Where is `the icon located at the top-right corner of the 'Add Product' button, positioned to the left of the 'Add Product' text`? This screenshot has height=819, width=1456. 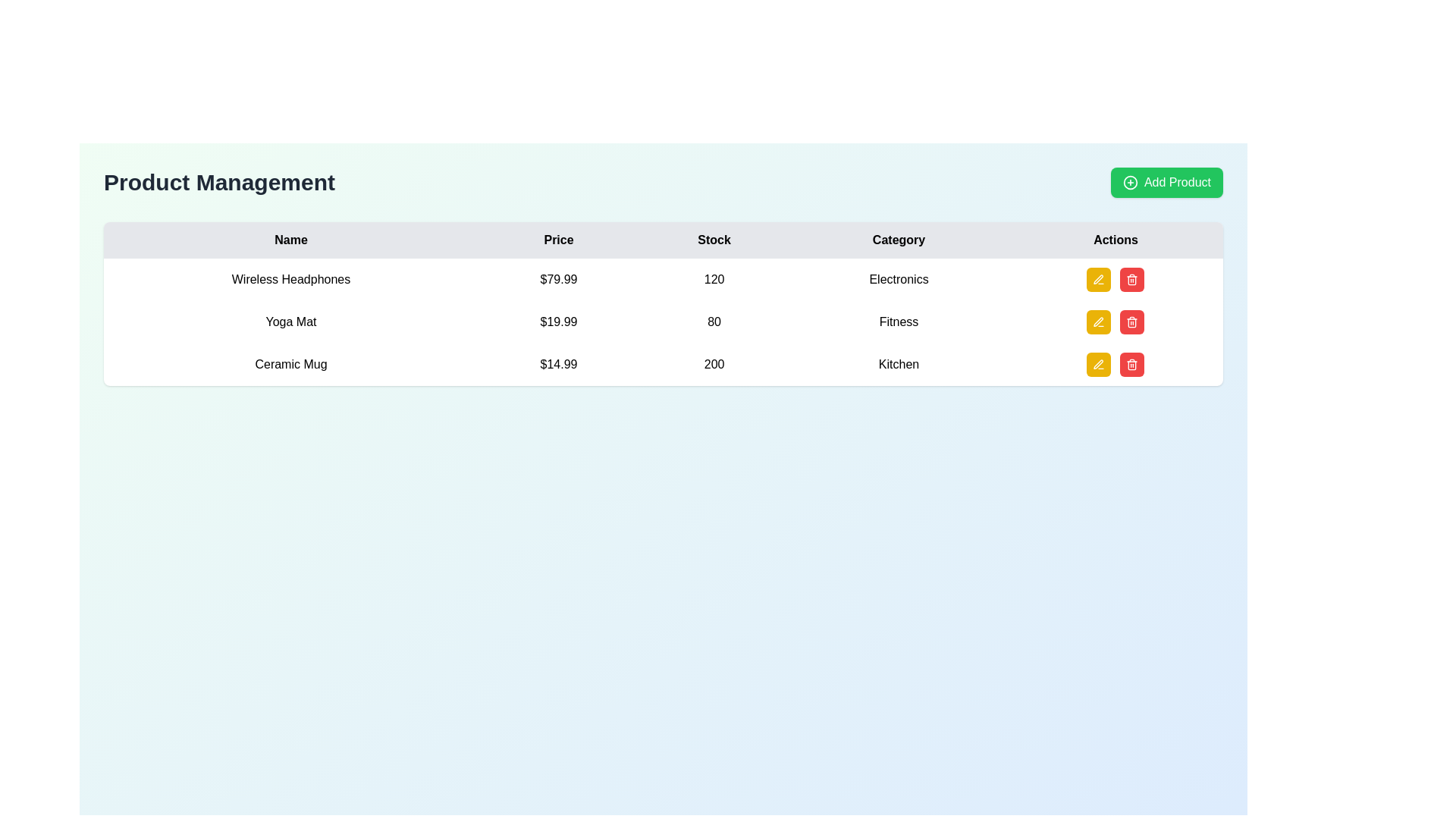 the icon located at the top-right corner of the 'Add Product' button, positioned to the left of the 'Add Product' text is located at coordinates (1130, 181).